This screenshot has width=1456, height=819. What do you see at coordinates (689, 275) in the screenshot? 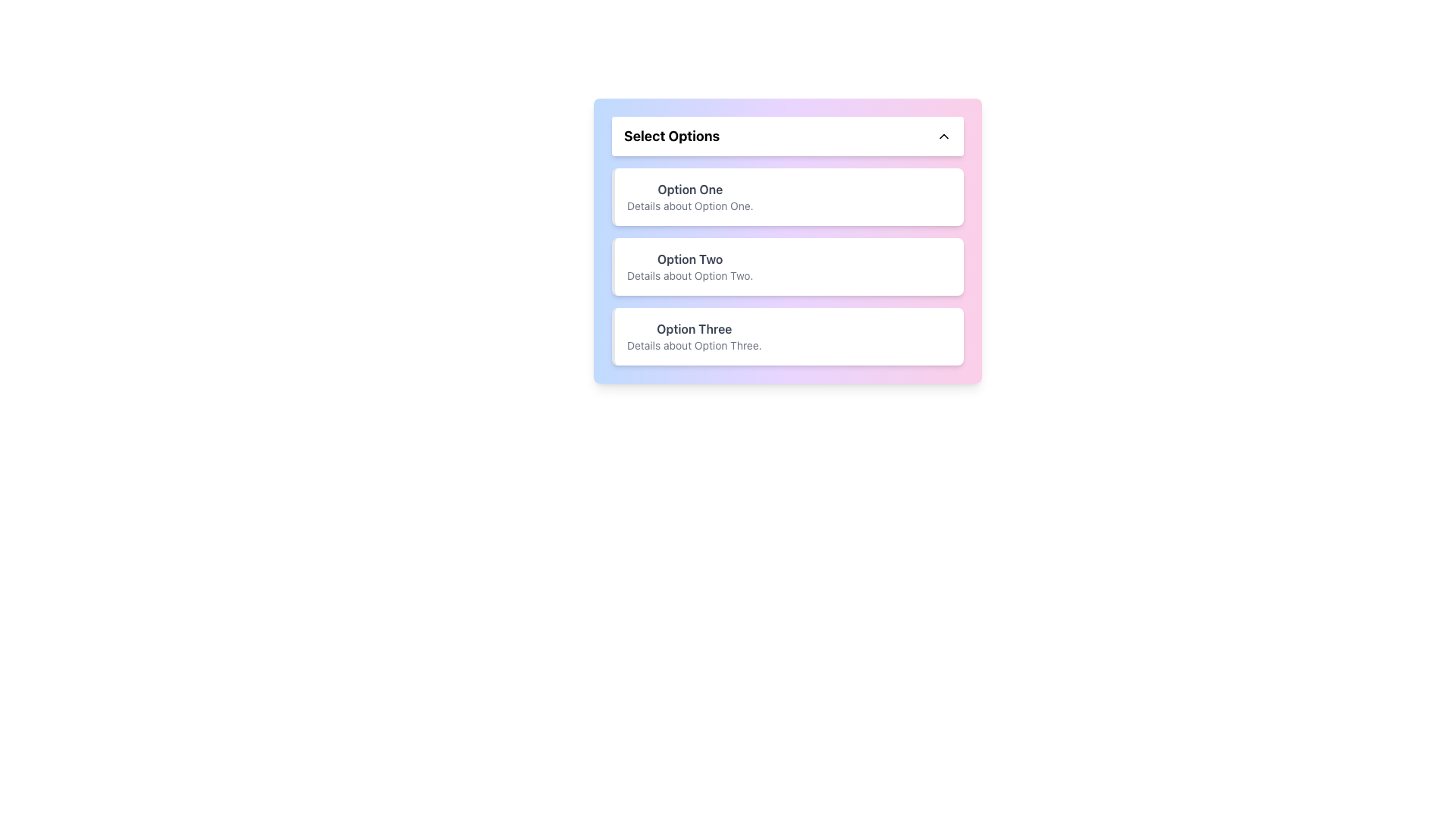
I see `the descriptive text label providing additional information about 'Option Two', which is located under 'Option Two' in the vertically stacked list` at bounding box center [689, 275].